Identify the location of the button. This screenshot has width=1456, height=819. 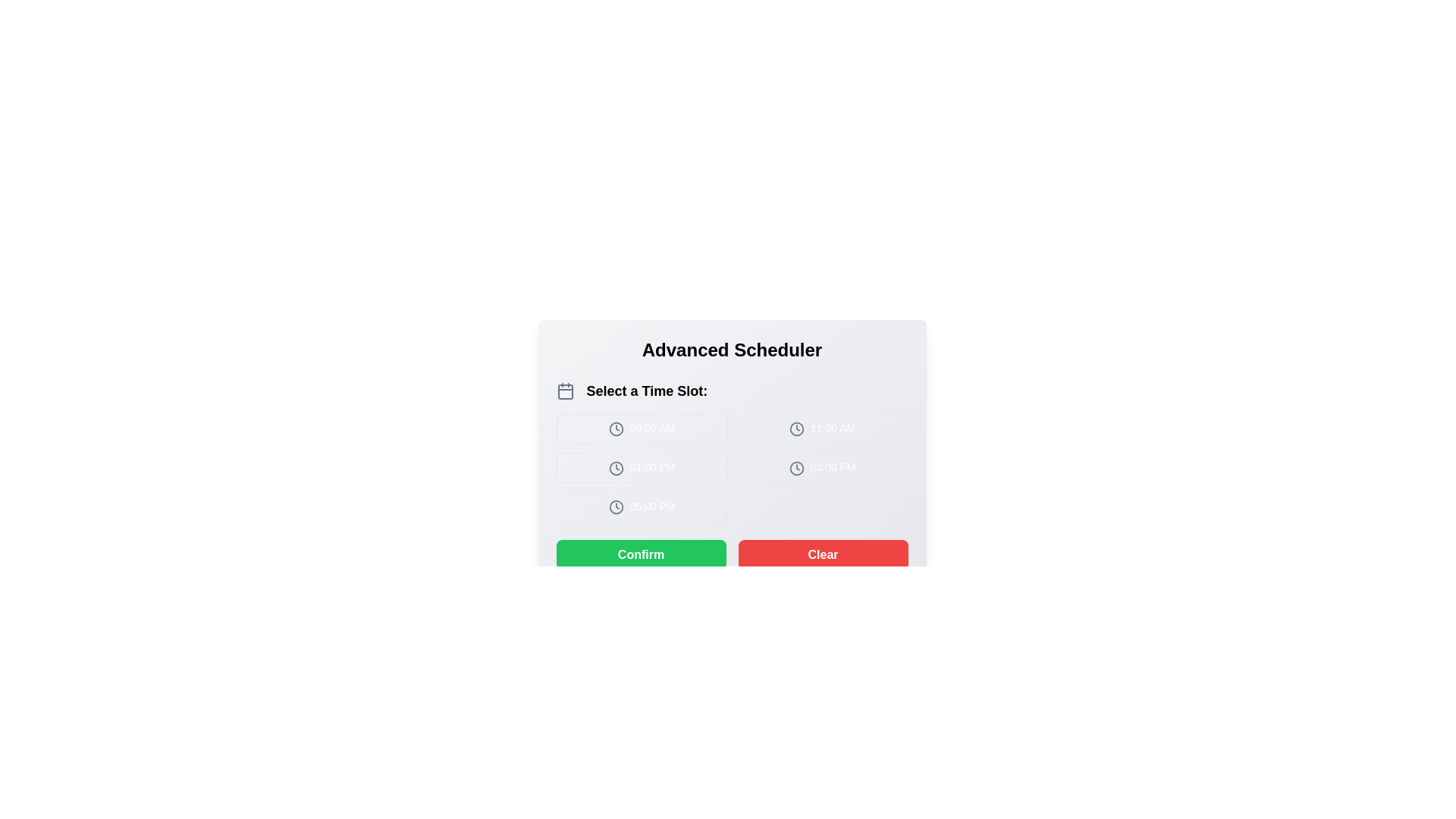
(642, 428).